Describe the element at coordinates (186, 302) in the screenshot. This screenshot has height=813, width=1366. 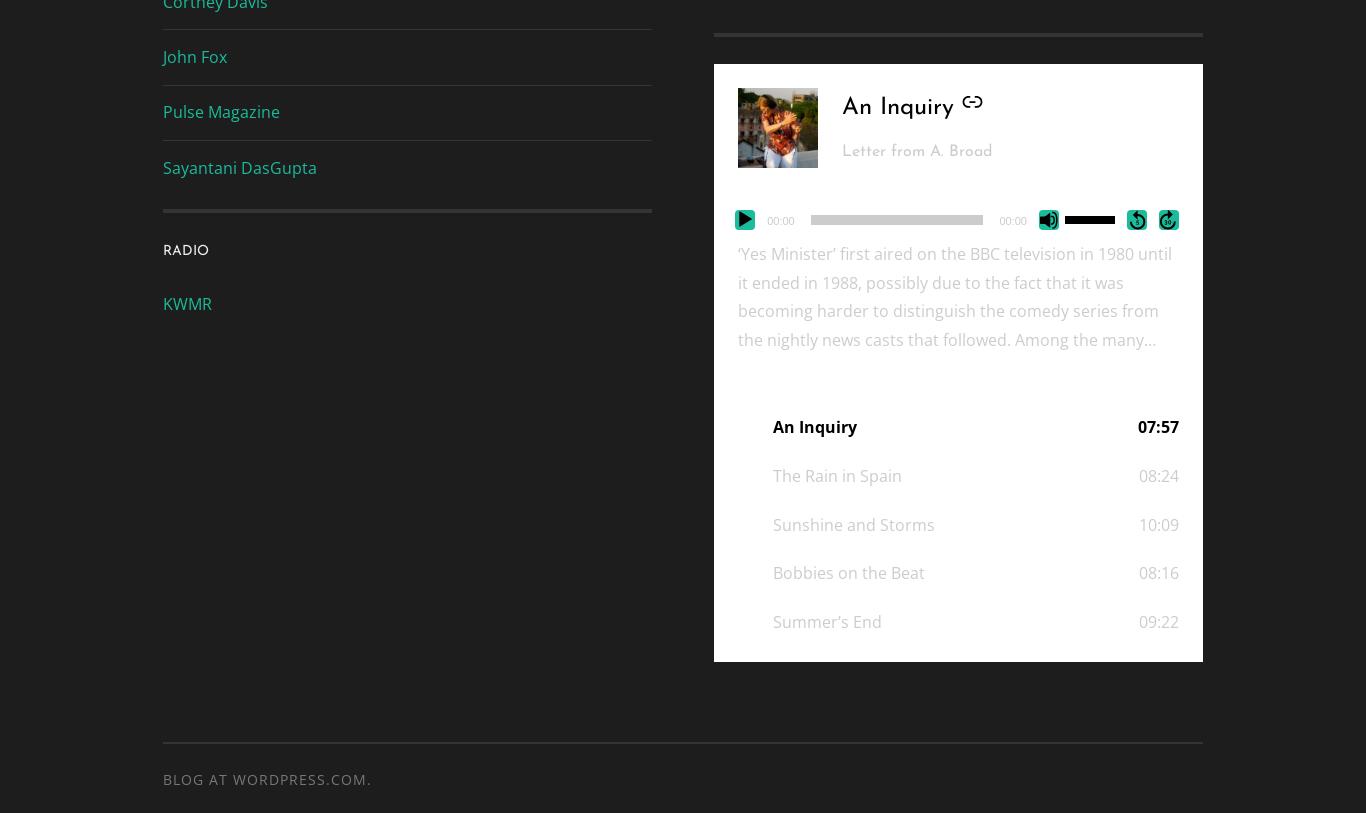
I see `'KWMR'` at that location.